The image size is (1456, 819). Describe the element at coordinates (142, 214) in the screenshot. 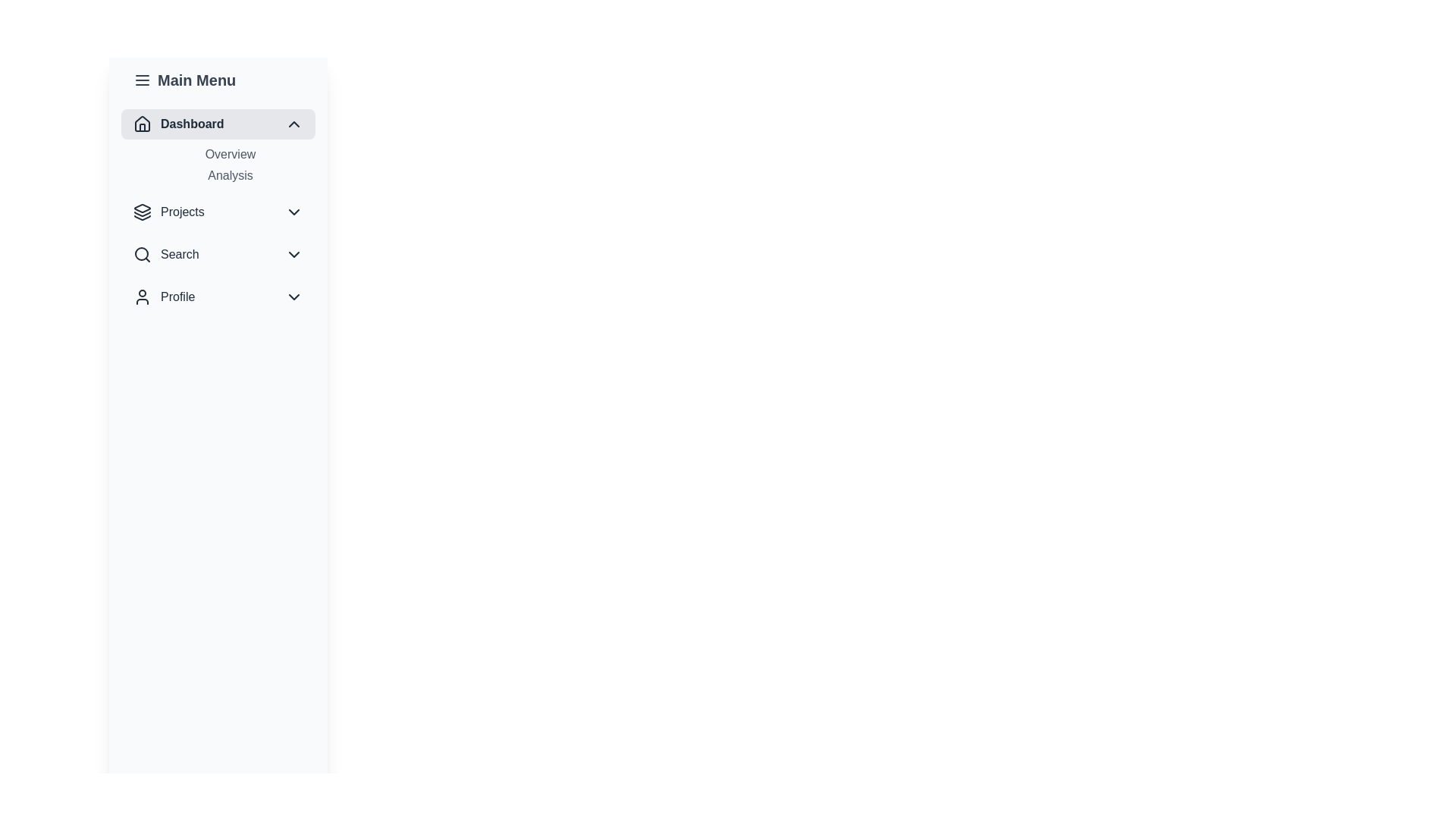

I see `the middle layer of the three parallel shapes forming the icon in the 'Projects' menu item in the sidebar` at that location.